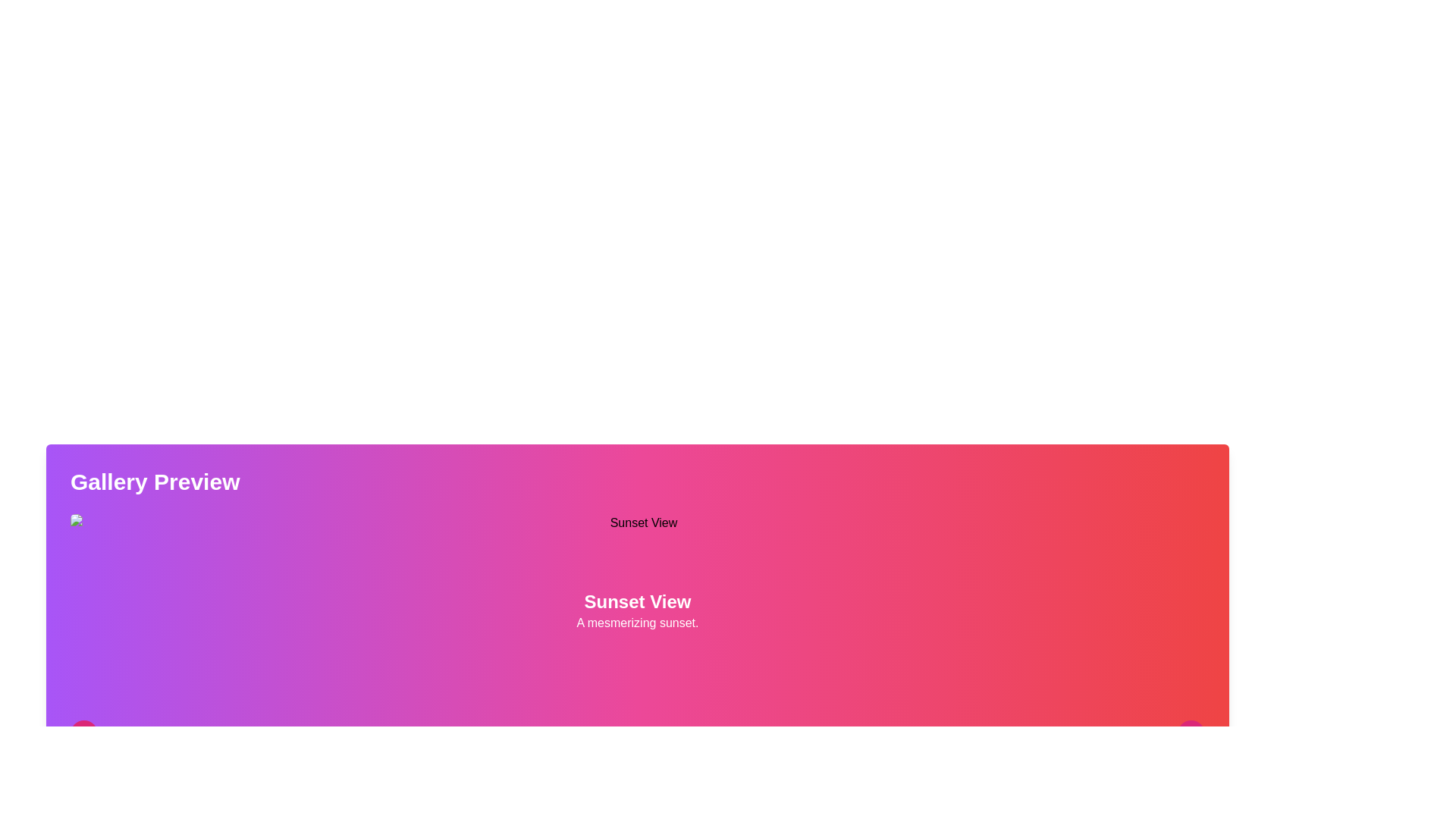 The width and height of the screenshot is (1456, 819). I want to click on the static text element displaying 'Sunset View', which is a bold, large font text styled in white with a shadow effect, located near the center of a purple-to-pink gradient background, so click(637, 601).